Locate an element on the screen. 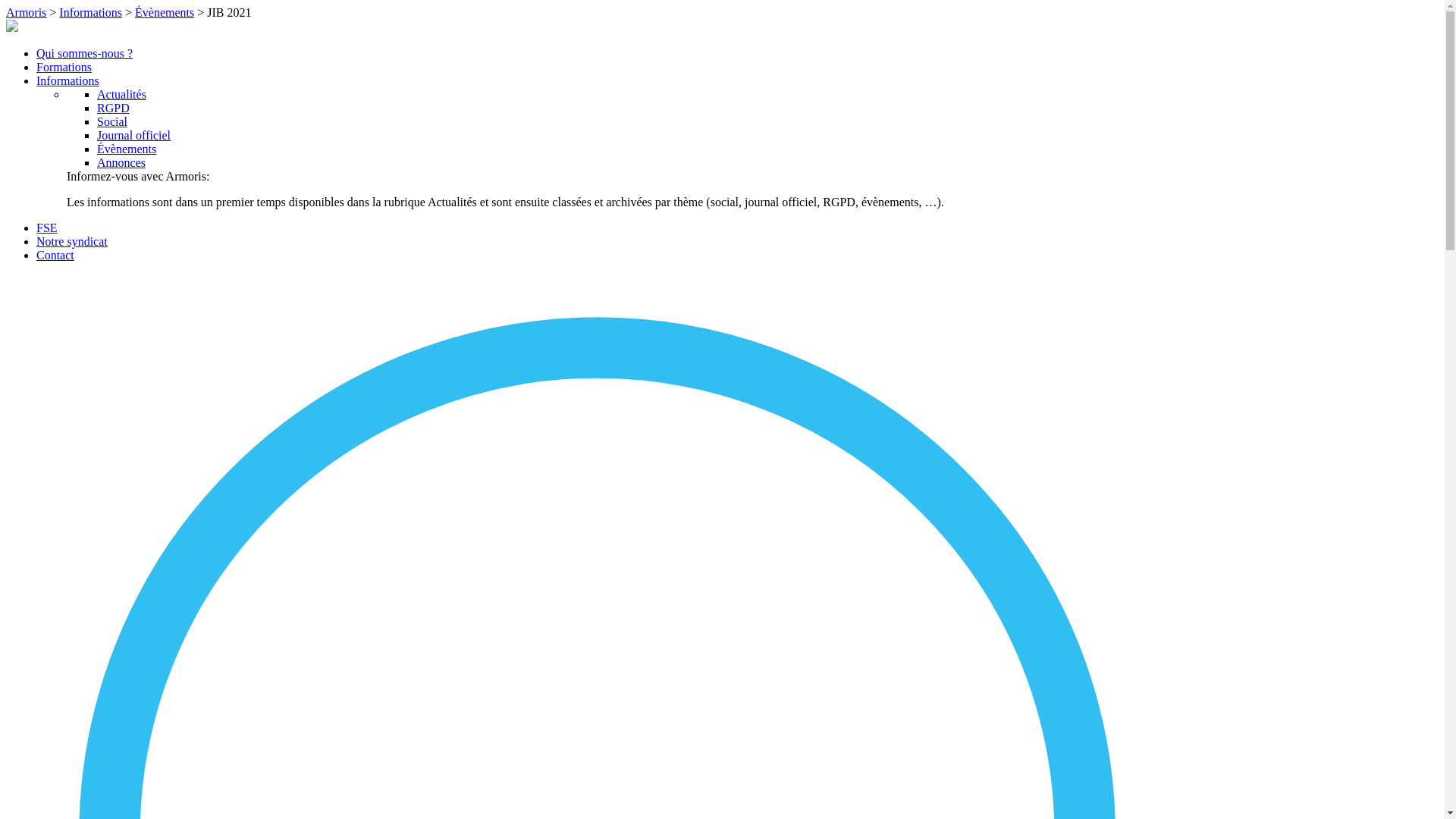 The height and width of the screenshot is (819, 1456). 'Qui sommes-nous ?' is located at coordinates (83, 52).